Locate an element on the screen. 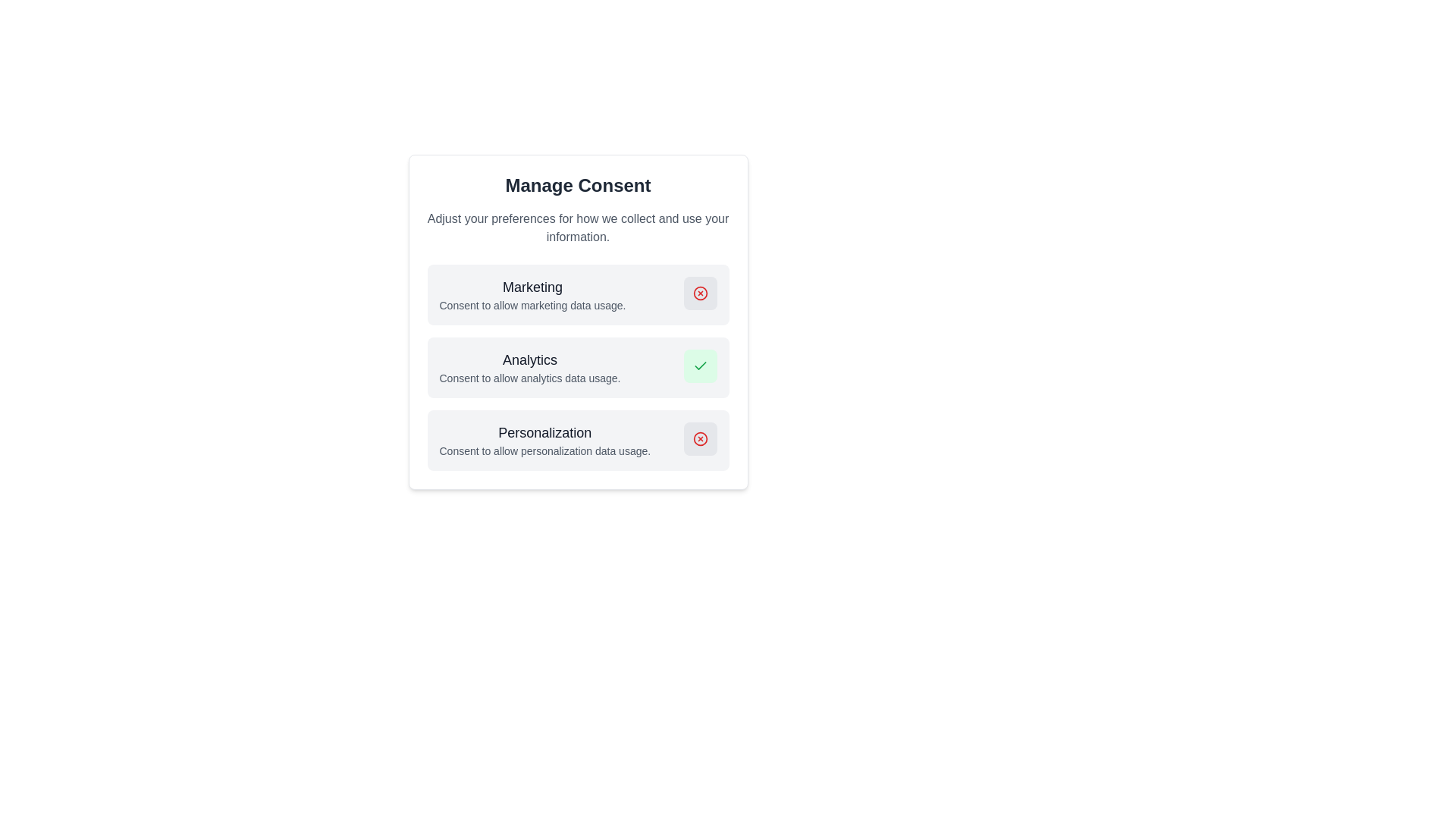 Image resolution: width=1456 pixels, height=819 pixels. the circular indicator with an 'x' icon located to the right of the 'Marketing' label in the consent management modal is located at coordinates (699, 293).